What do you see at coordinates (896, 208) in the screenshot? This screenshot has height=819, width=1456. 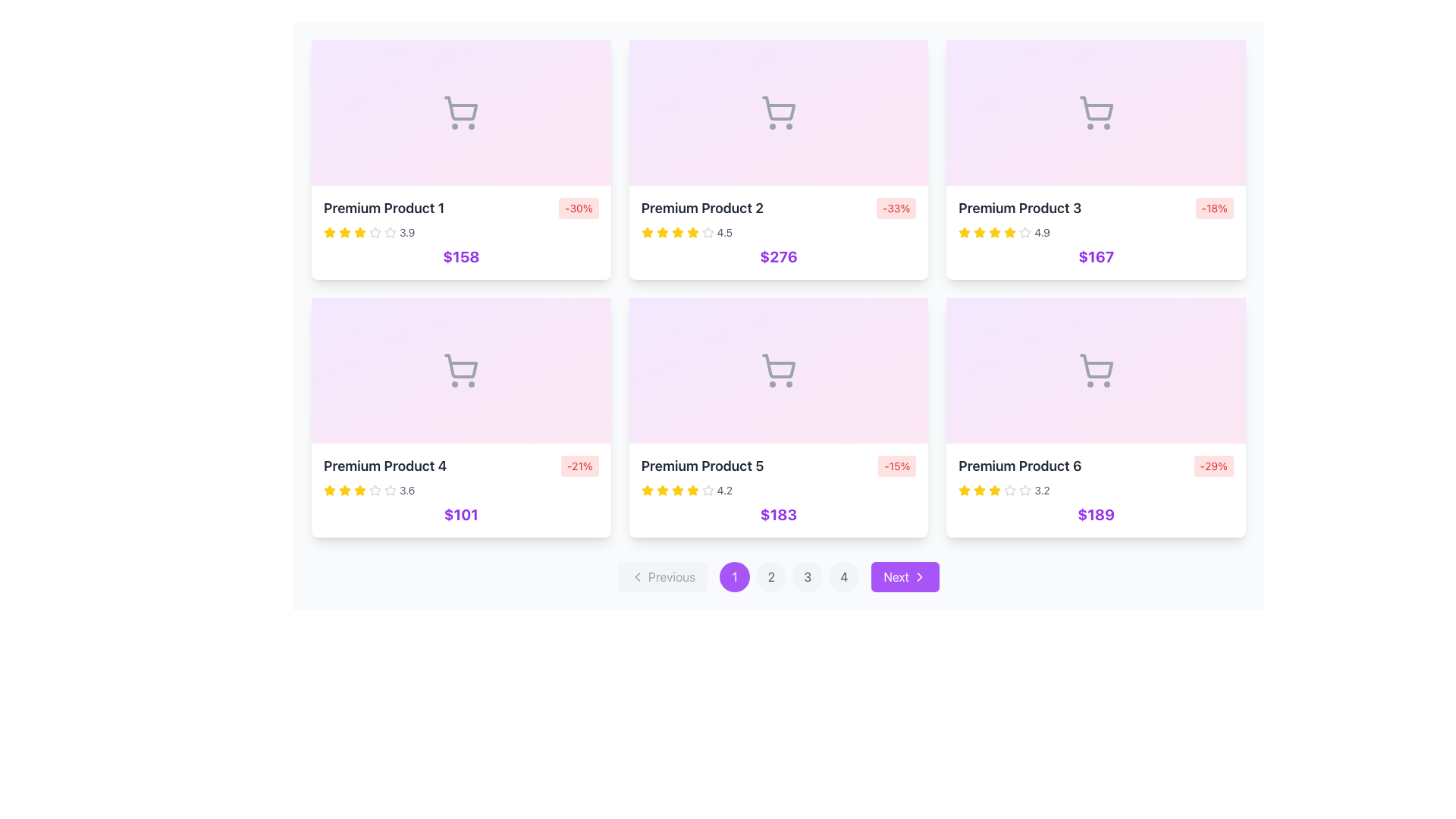 I see `discount value displayed on the small red badge with white text showing '-33%' located in the top-right corner of the card for 'Premium Product 2'` at bounding box center [896, 208].